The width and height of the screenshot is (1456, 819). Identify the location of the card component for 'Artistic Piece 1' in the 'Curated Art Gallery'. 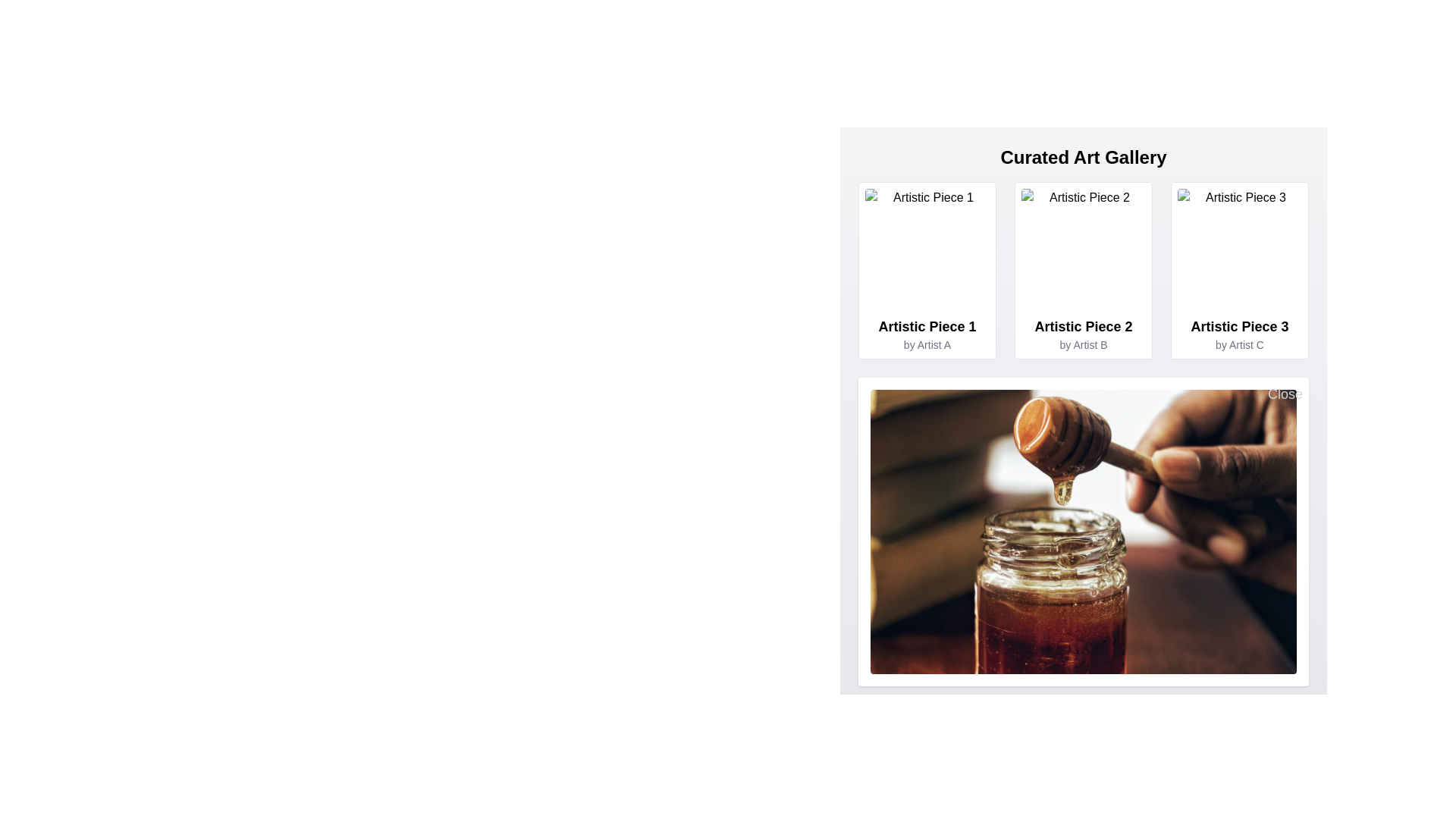
(927, 270).